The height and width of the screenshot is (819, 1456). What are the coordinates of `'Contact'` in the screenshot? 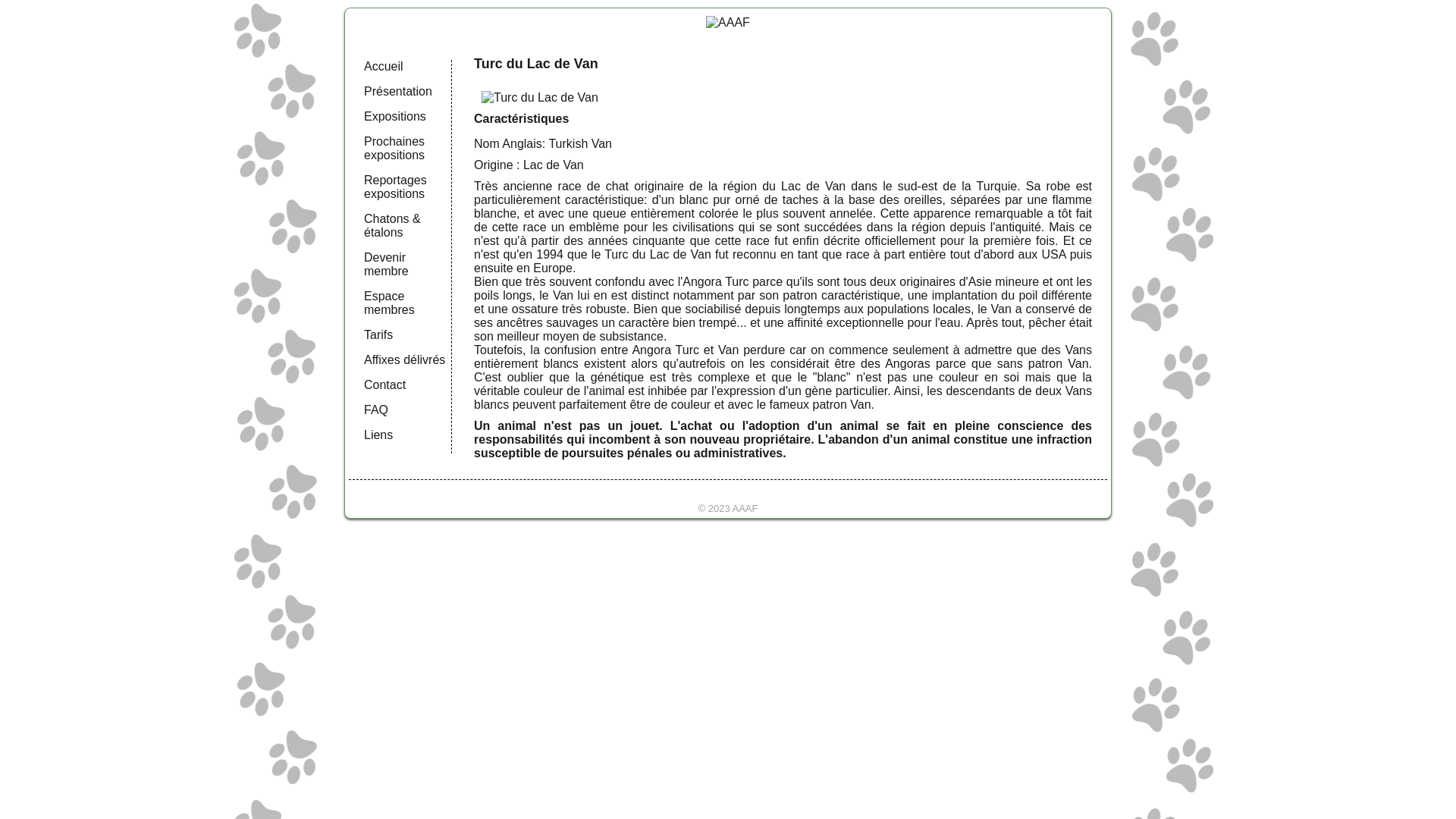 It's located at (364, 384).